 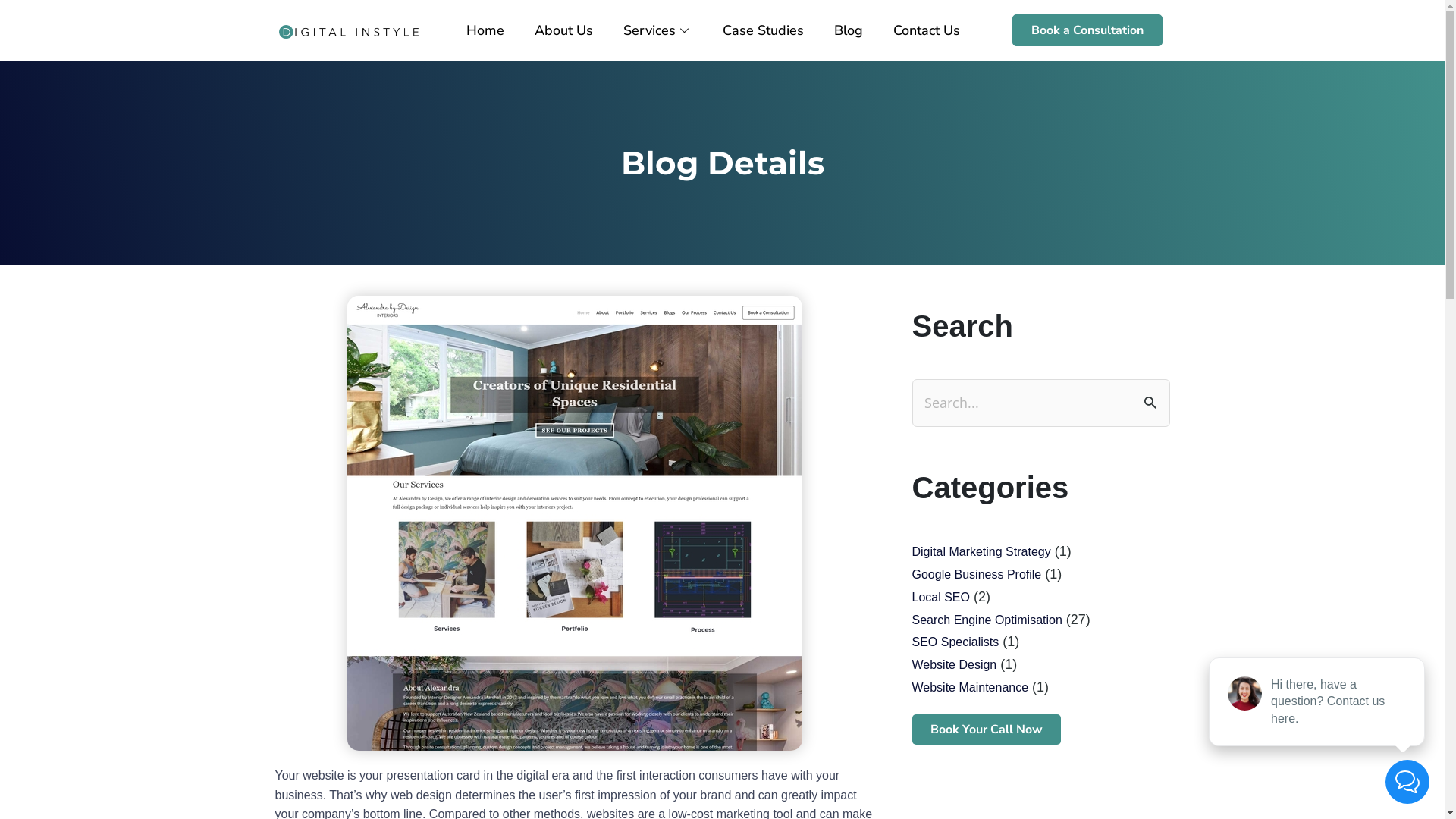 I want to click on 'Blog', so click(x=847, y=30).